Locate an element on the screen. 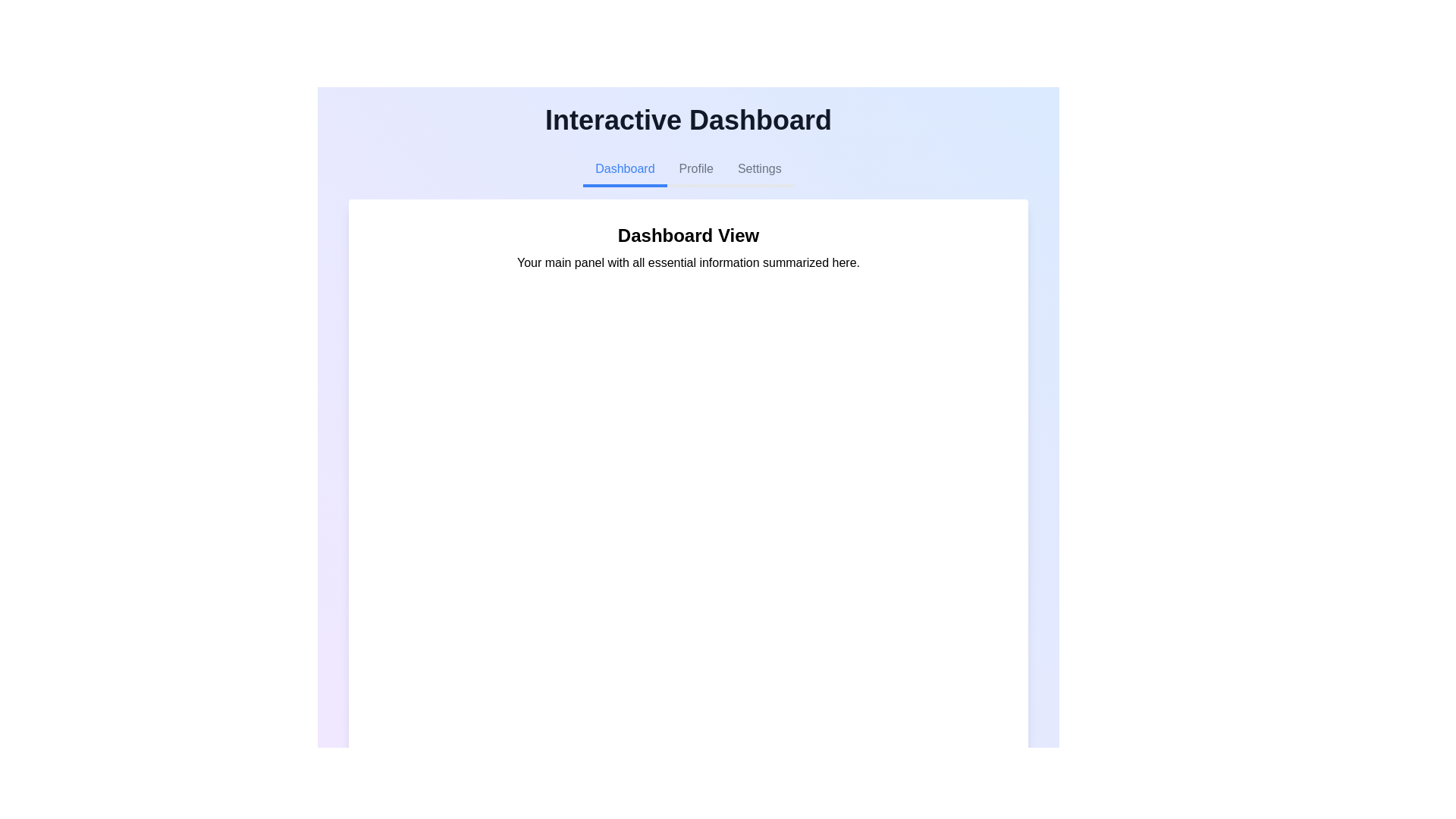 The image size is (1456, 819). the centered heading text displaying 'Interactive Dashboard' in bold, extra-large font at the top of the dashboard interface is located at coordinates (687, 119).